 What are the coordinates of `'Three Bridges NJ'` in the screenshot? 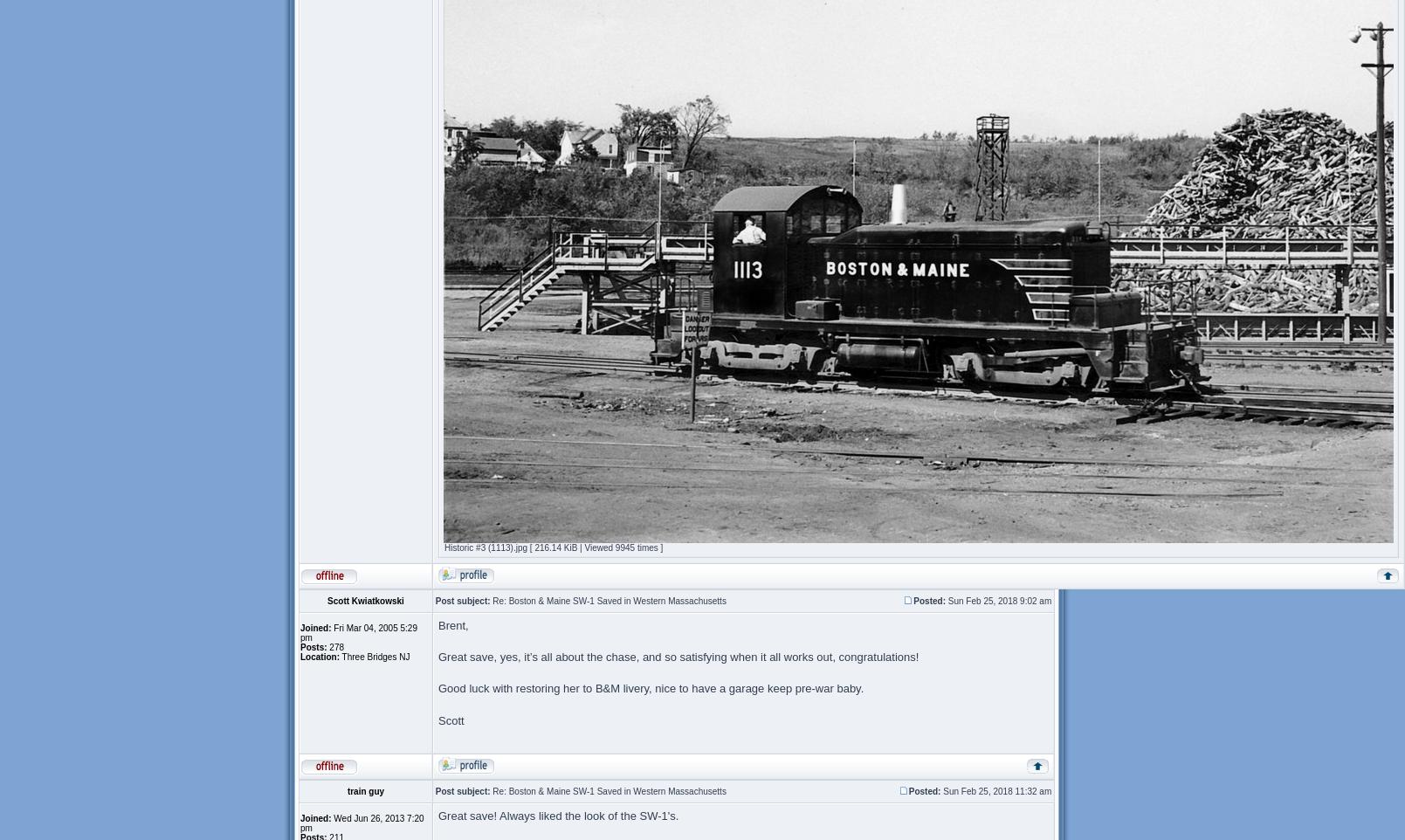 It's located at (373, 656).